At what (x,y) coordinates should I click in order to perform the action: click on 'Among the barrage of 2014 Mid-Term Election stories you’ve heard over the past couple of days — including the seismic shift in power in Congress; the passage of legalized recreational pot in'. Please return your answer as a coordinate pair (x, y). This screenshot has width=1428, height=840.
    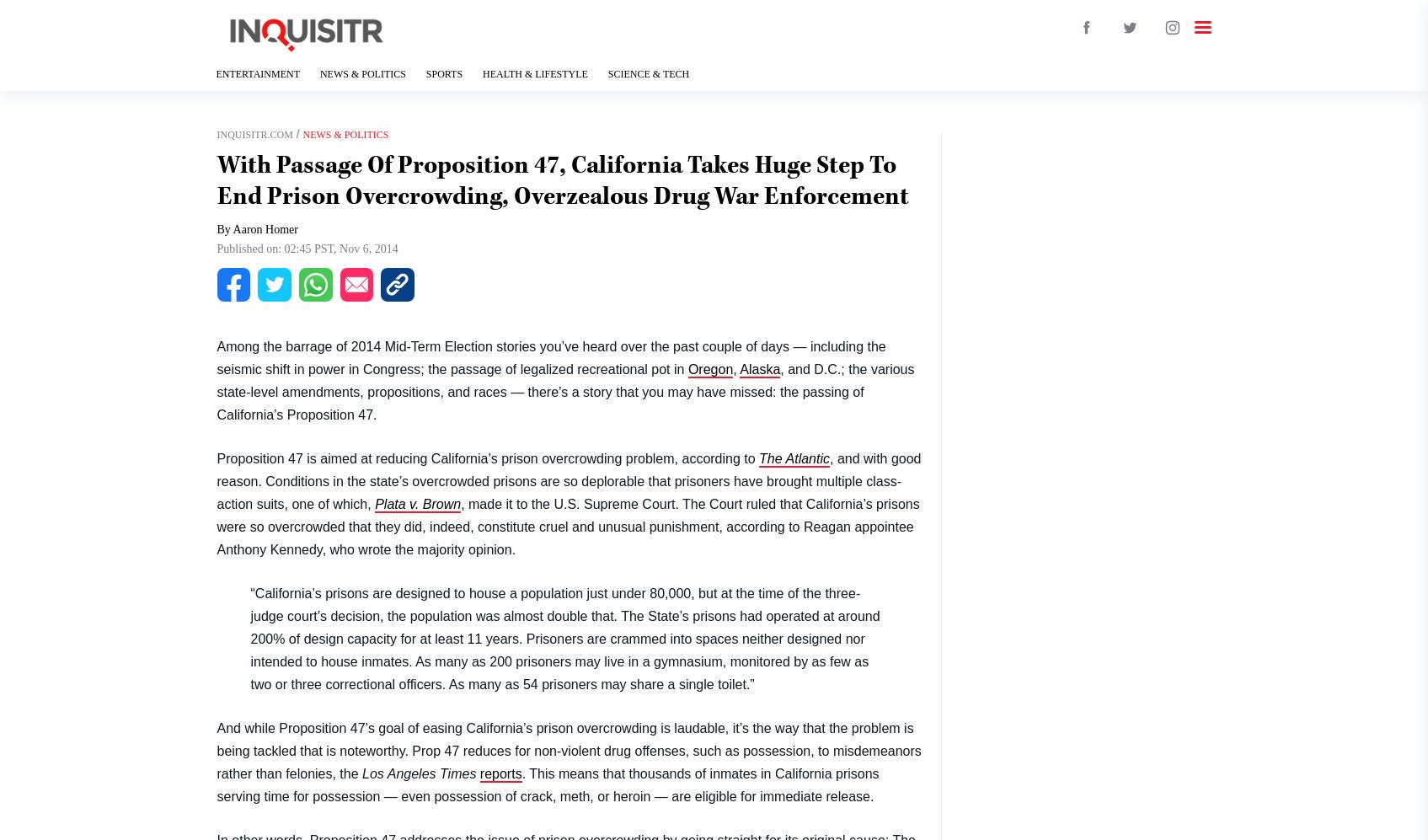
    Looking at the image, I should click on (215, 356).